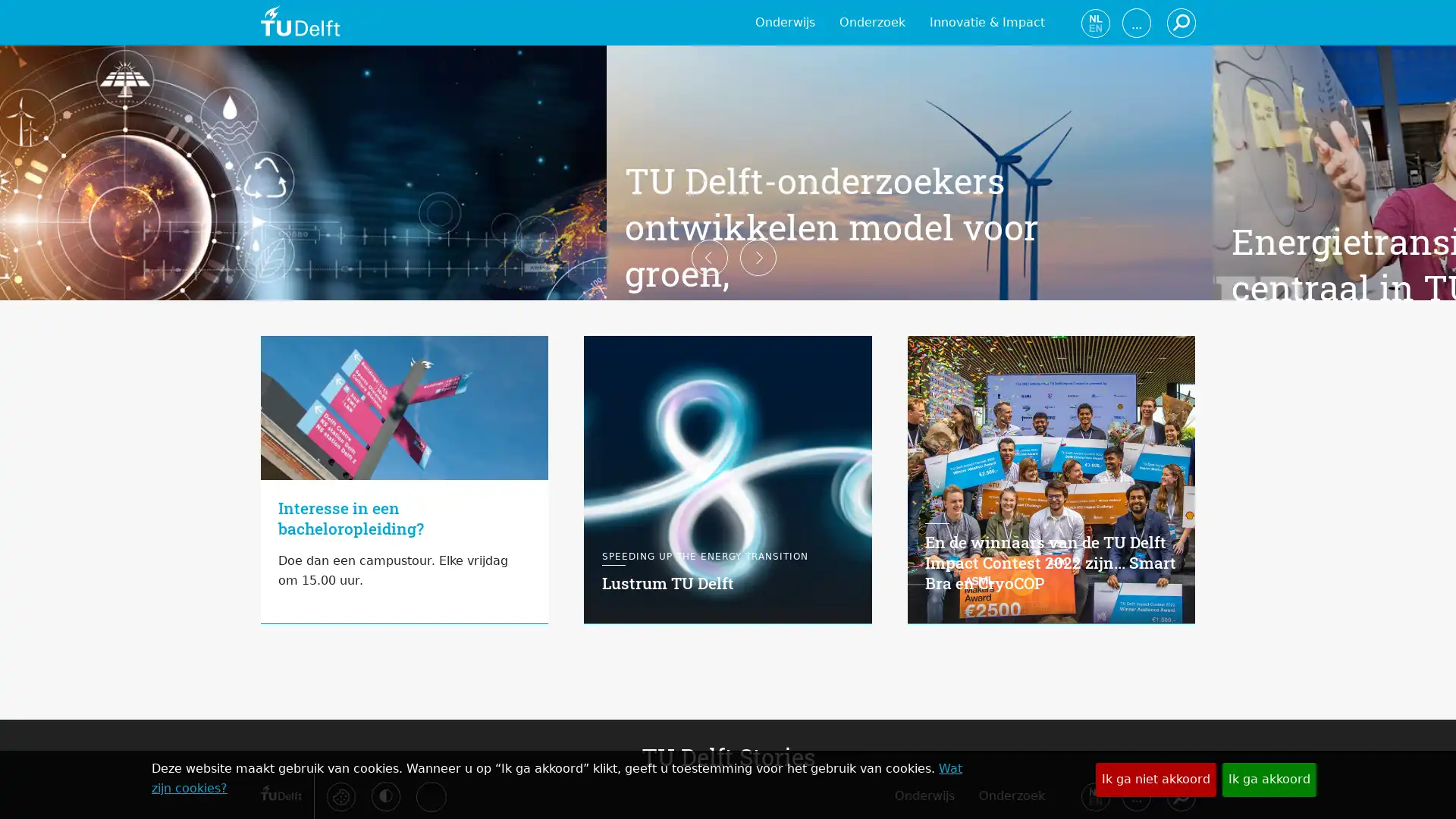 Image resolution: width=1456 pixels, height=819 pixels. Describe the element at coordinates (1219, 409) in the screenshot. I see `Ga naar volgend item` at that location.